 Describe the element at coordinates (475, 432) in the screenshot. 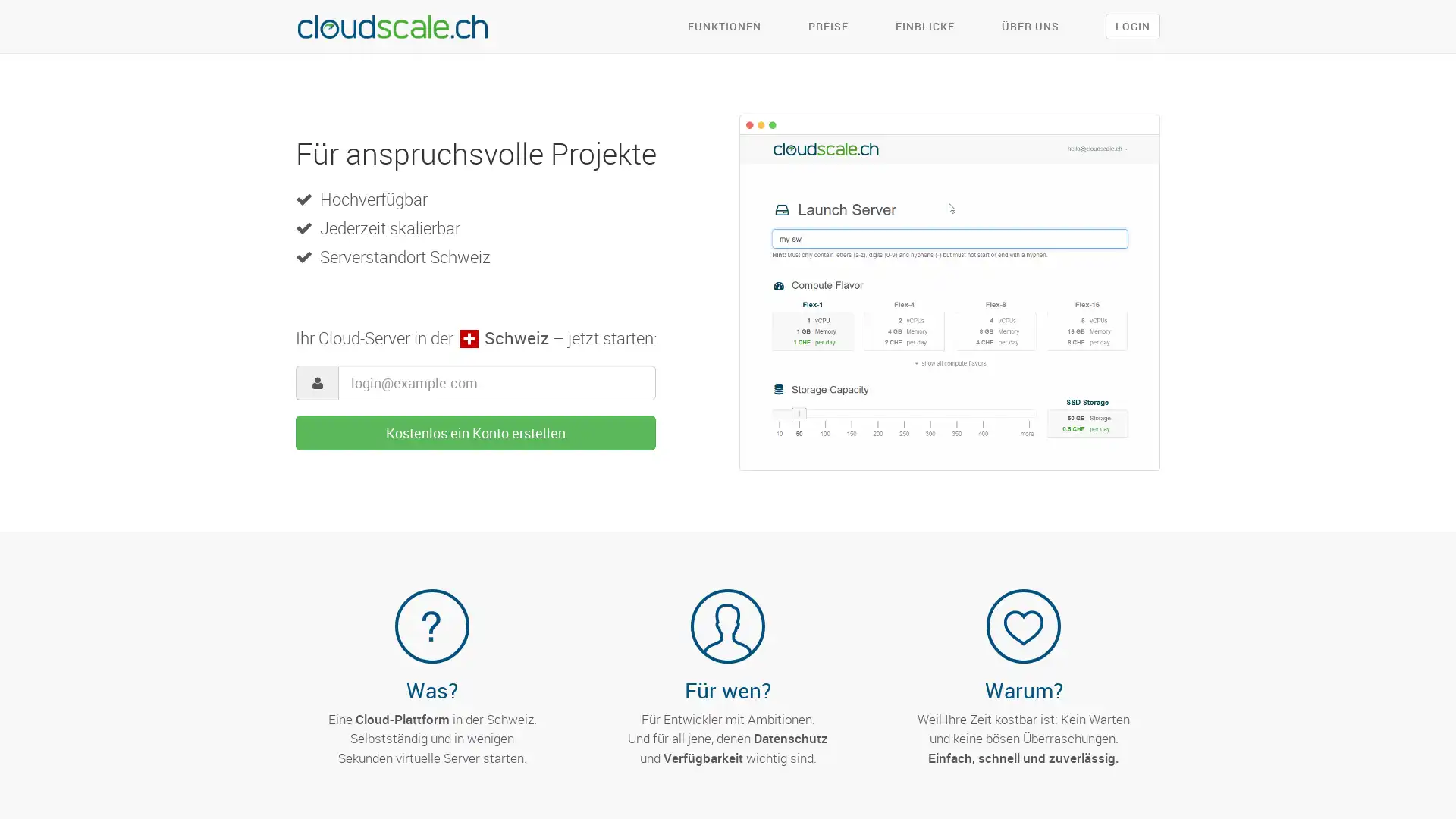

I see `Kostenlos ein Konto erstellen` at that location.